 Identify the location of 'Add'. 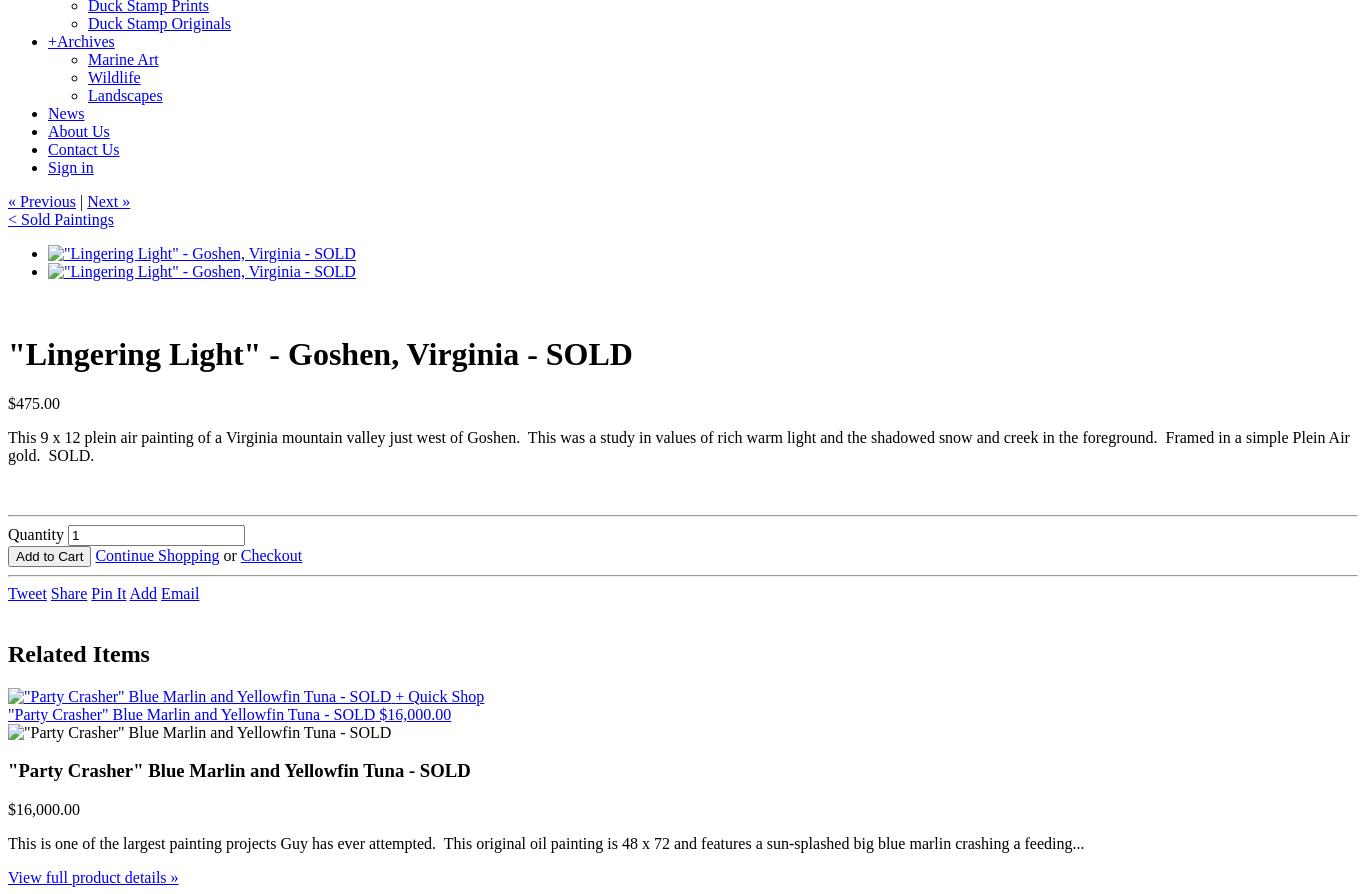
(142, 592).